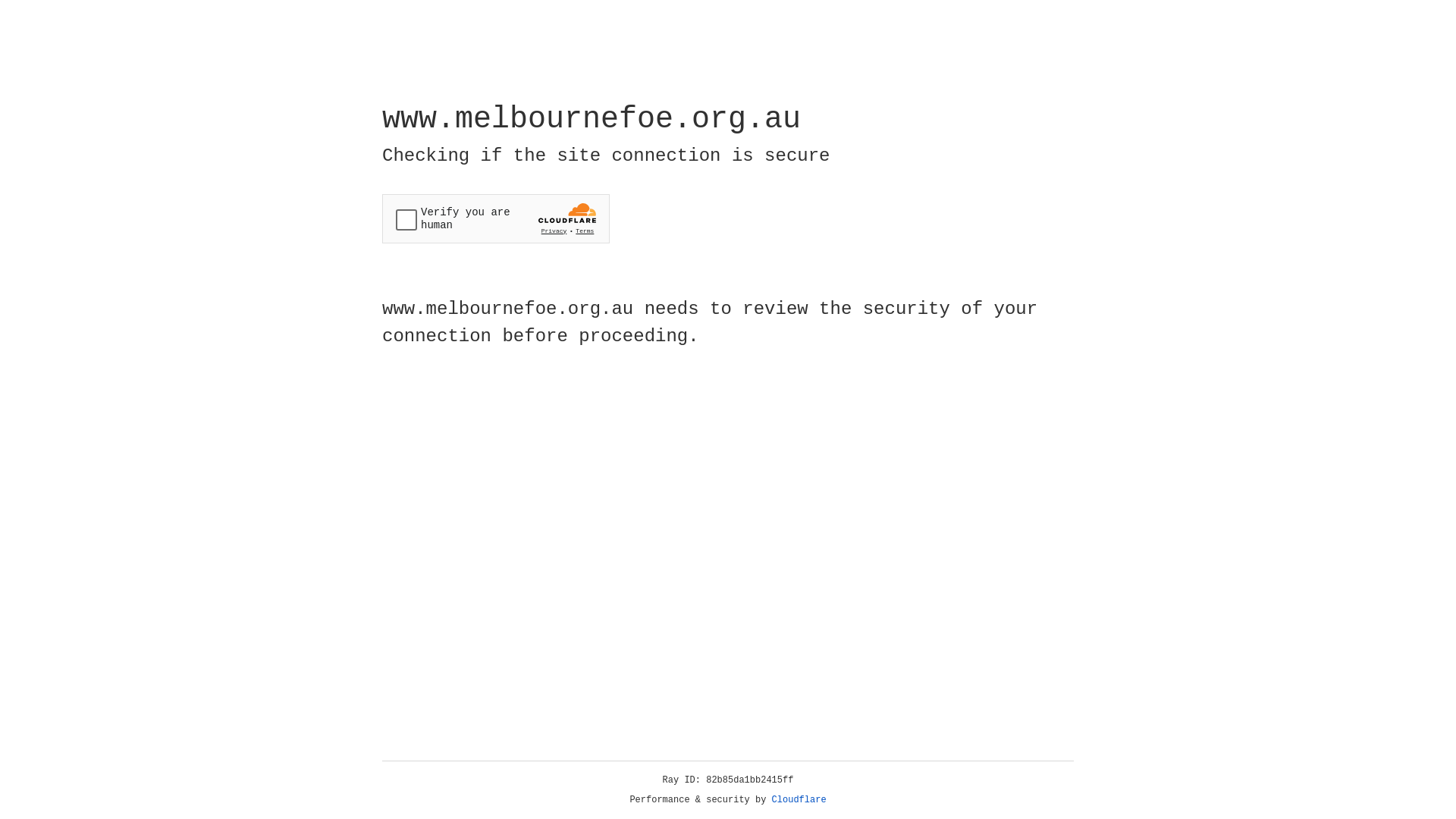 Image resolution: width=1456 pixels, height=819 pixels. What do you see at coordinates (495, 218) in the screenshot?
I see `'Widget containing a Cloudflare security challenge'` at bounding box center [495, 218].